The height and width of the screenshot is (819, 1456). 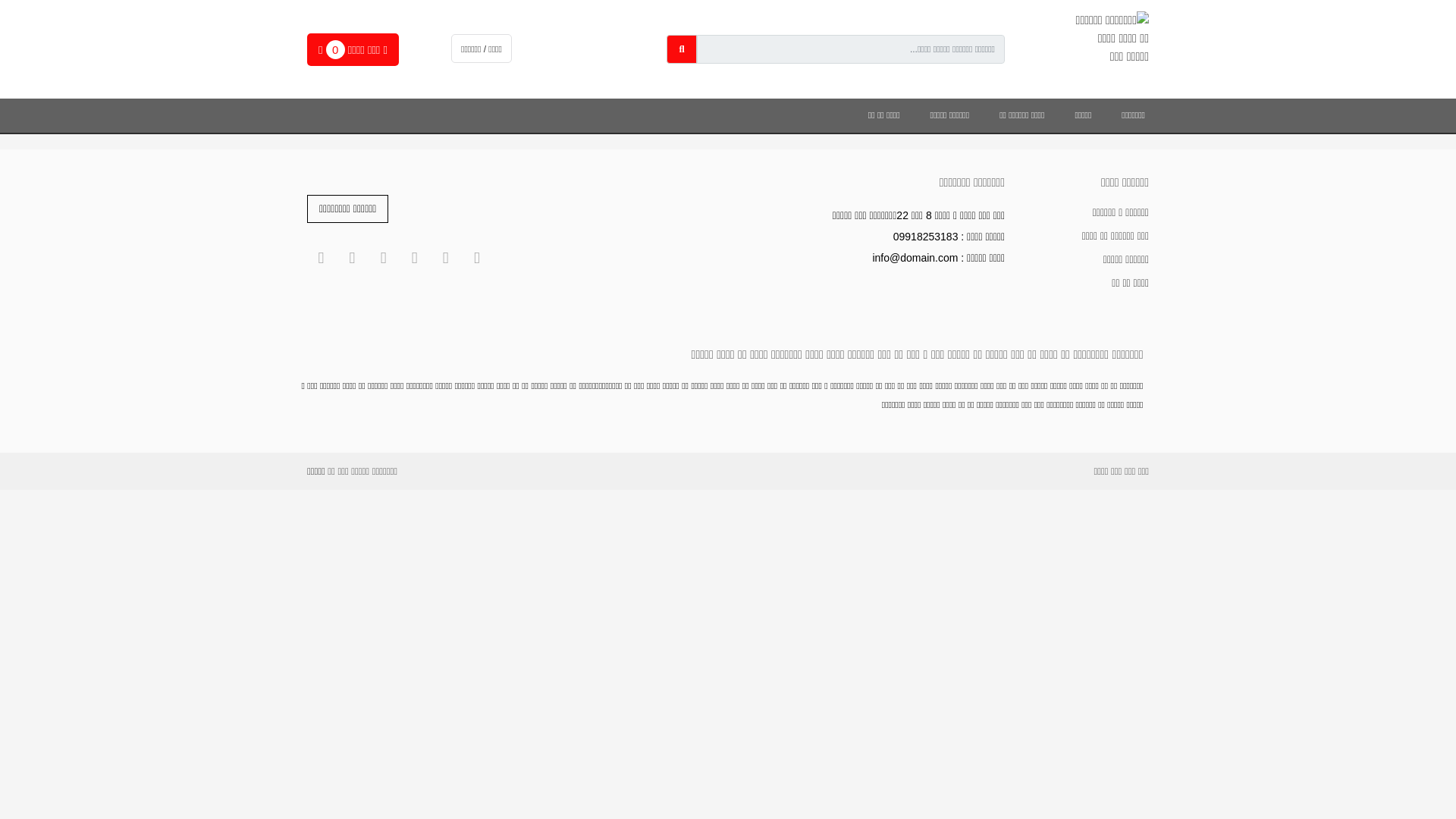 I want to click on 'rss', so click(x=351, y=257).